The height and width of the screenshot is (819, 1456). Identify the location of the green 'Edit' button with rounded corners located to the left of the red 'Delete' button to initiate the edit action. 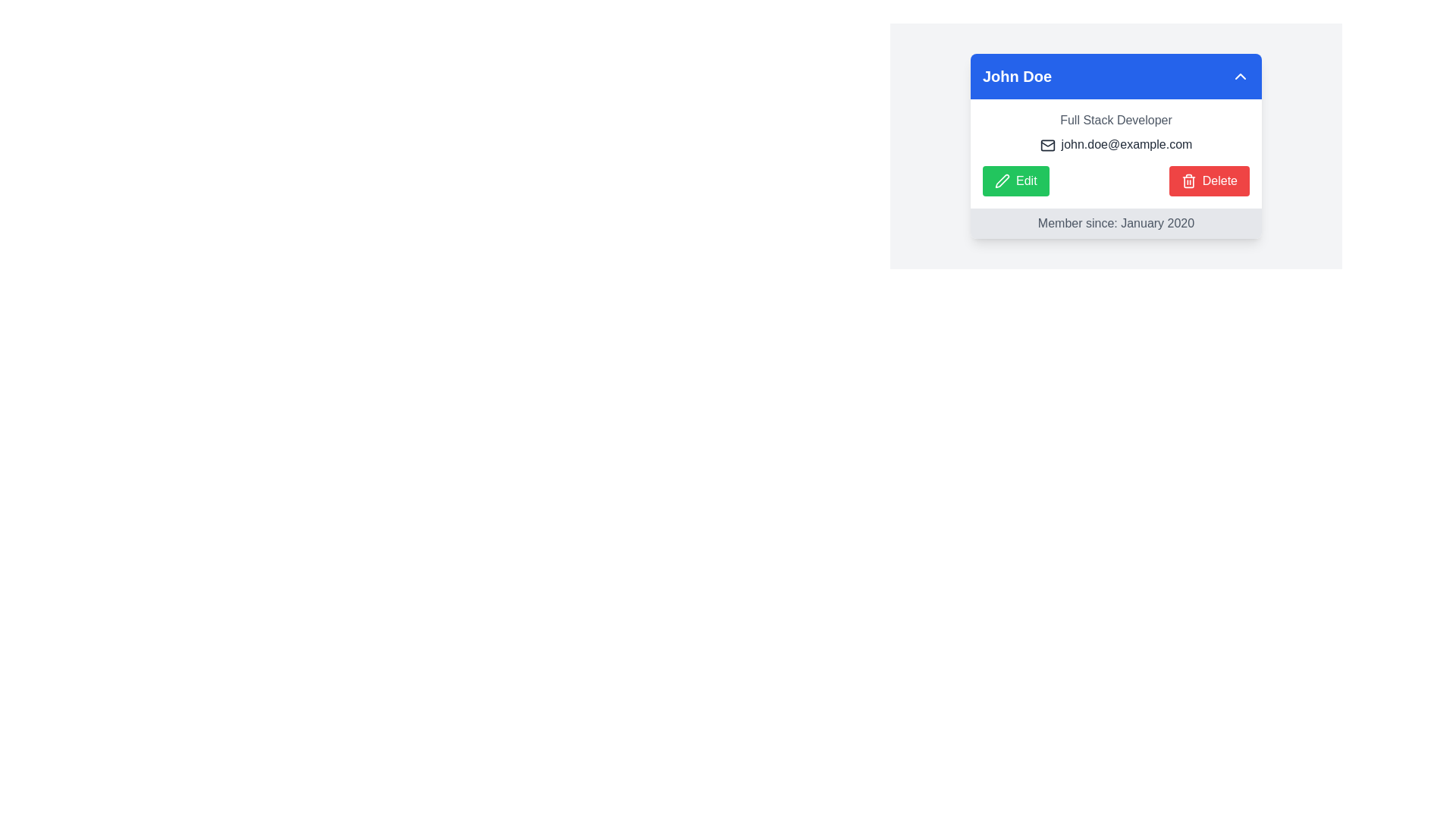
(1015, 180).